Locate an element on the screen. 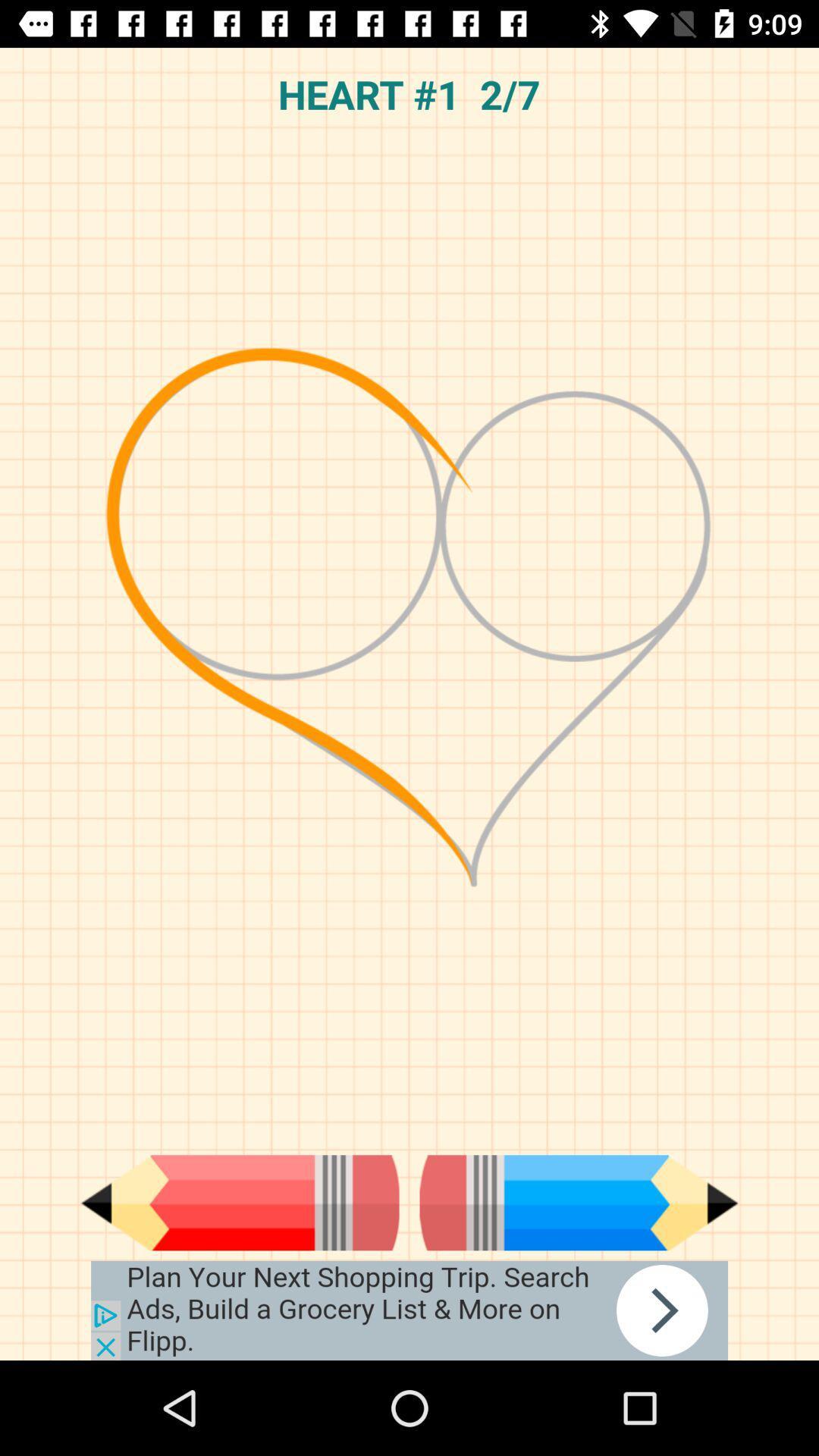 This screenshot has width=819, height=1456. google advertisements is located at coordinates (409, 1310).